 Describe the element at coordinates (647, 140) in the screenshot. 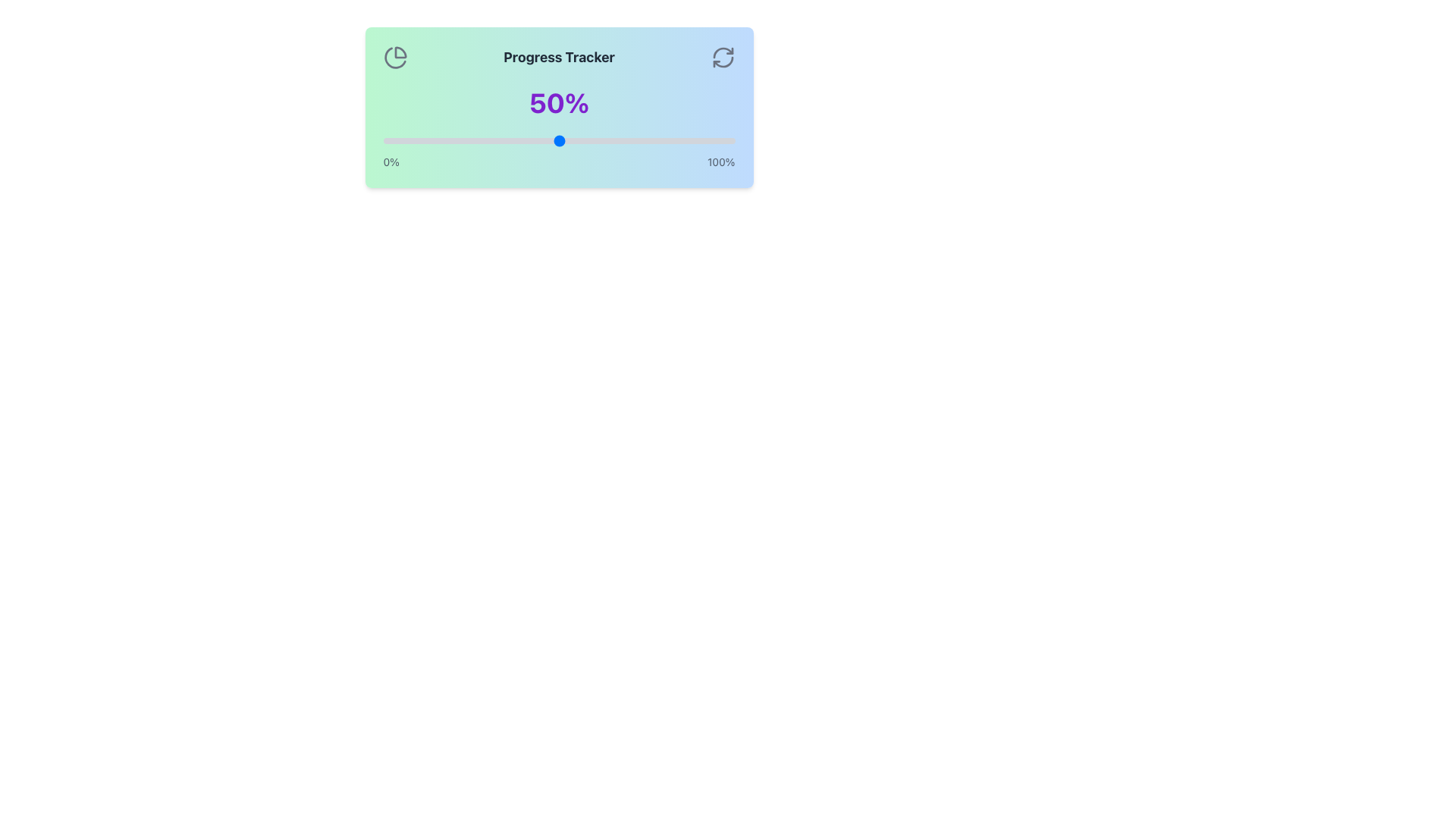

I see `the progress tracker value` at that location.